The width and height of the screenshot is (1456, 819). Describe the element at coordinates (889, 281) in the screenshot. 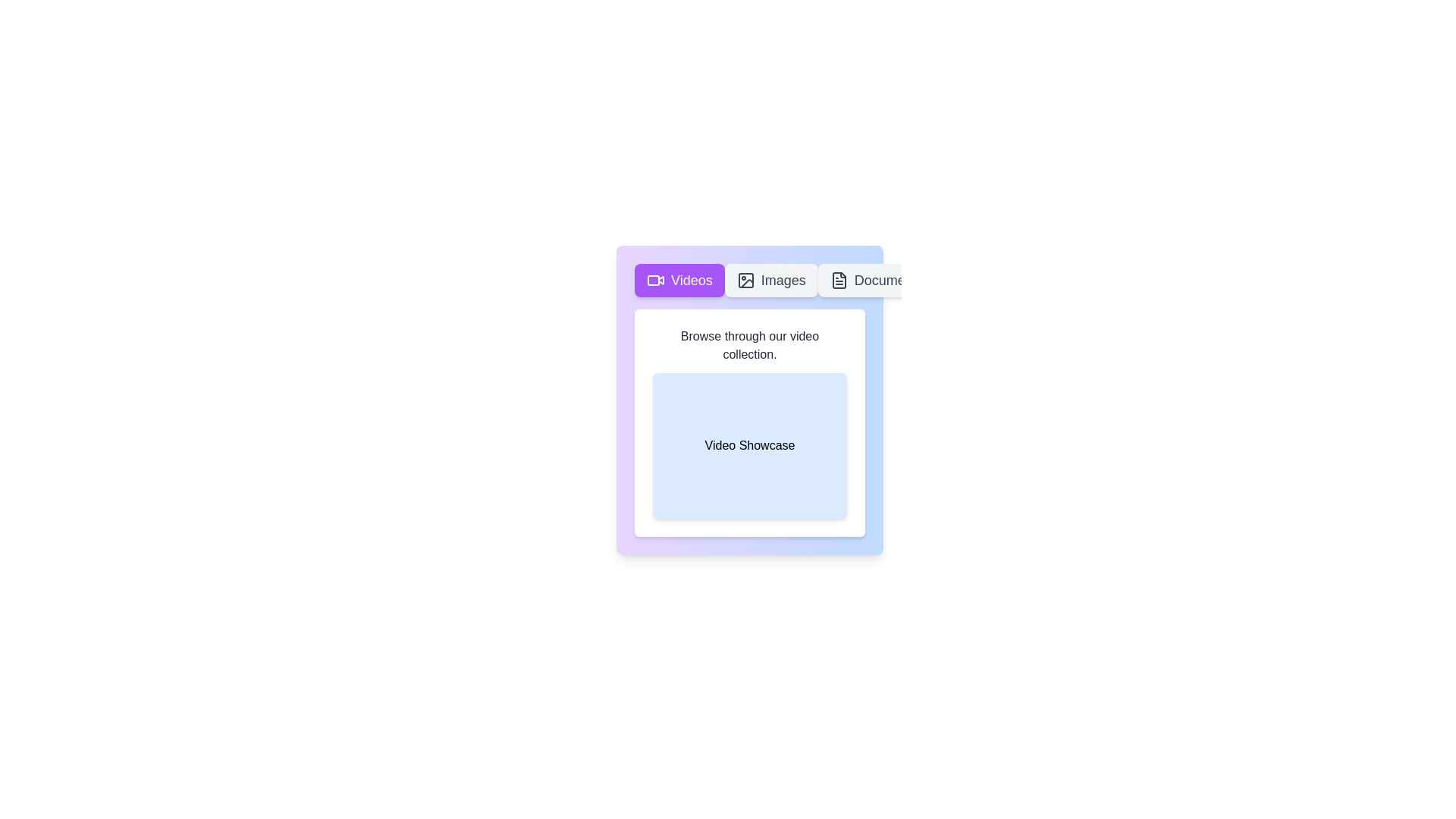

I see `the Text label within the rightmost menu button that indicates document management functionality` at that location.